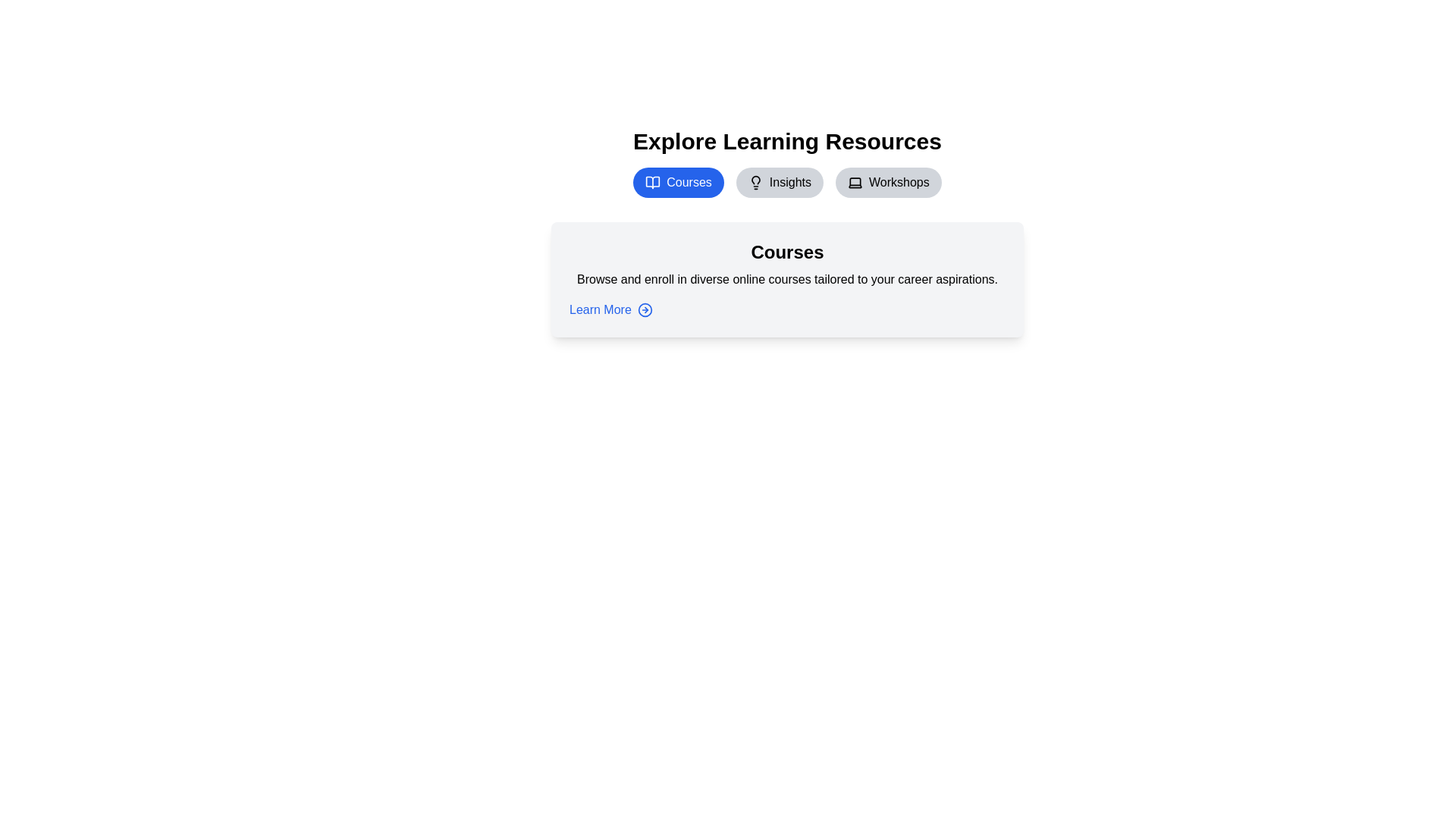 This screenshot has height=819, width=1456. I want to click on the Workshops tab, so click(888, 181).